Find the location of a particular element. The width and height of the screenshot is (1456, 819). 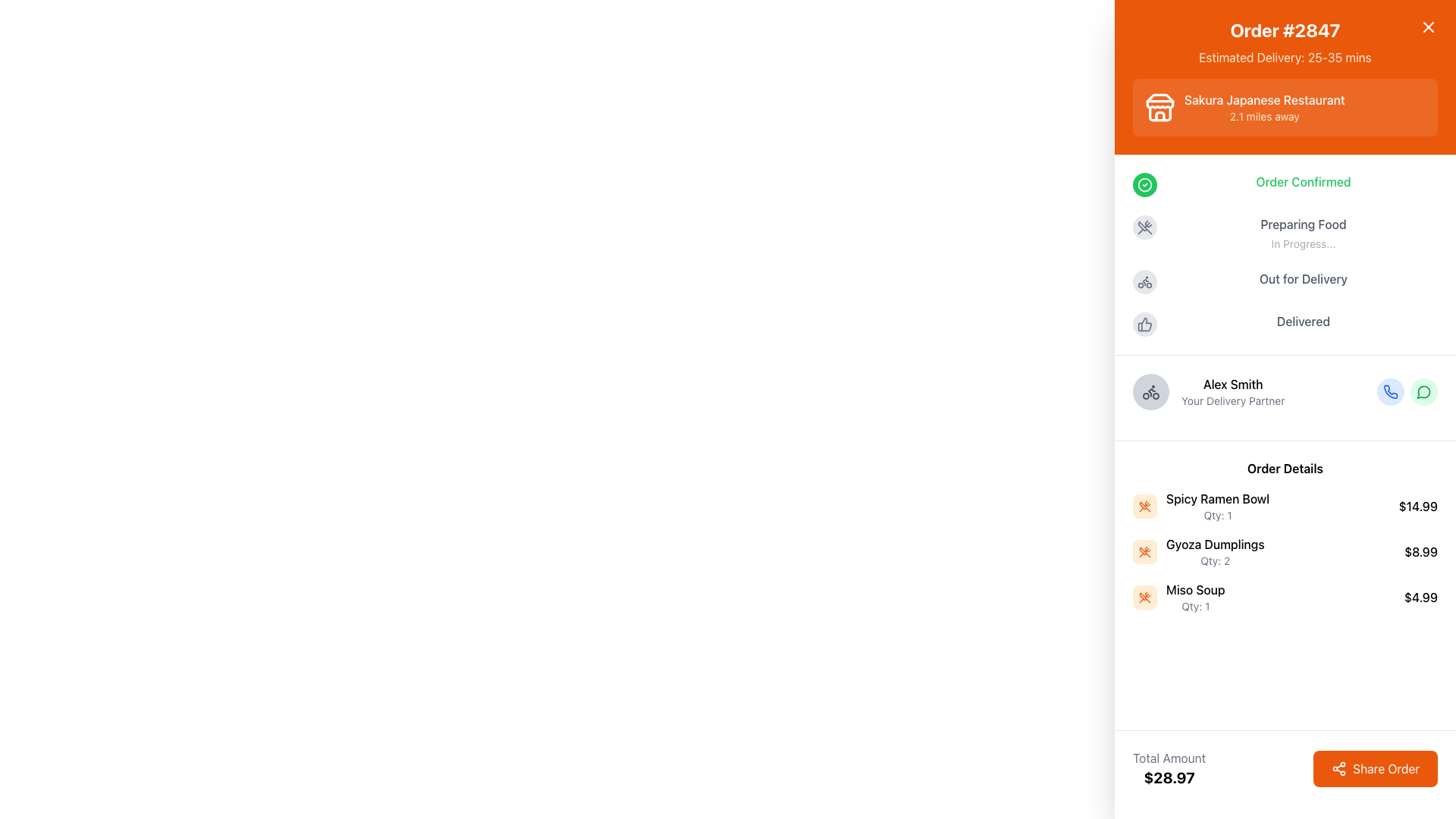

the textual label 'Spicy Ramen Bowl' with quantity 'Qty: 1' and associated icon of crossed utensils is located at coordinates (1200, 506).